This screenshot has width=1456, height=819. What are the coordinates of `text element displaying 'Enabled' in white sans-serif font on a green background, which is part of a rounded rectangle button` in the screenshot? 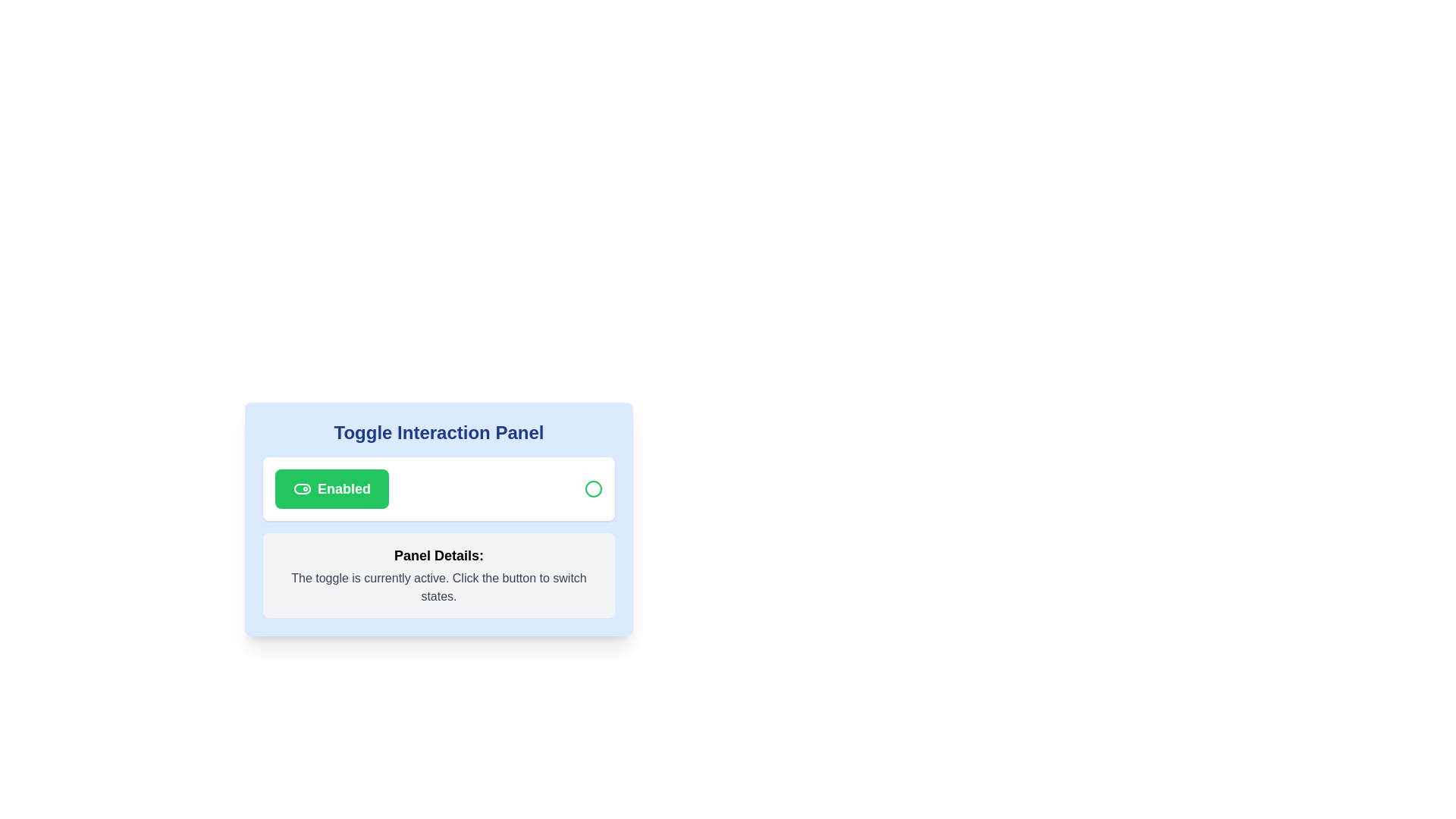 It's located at (344, 488).